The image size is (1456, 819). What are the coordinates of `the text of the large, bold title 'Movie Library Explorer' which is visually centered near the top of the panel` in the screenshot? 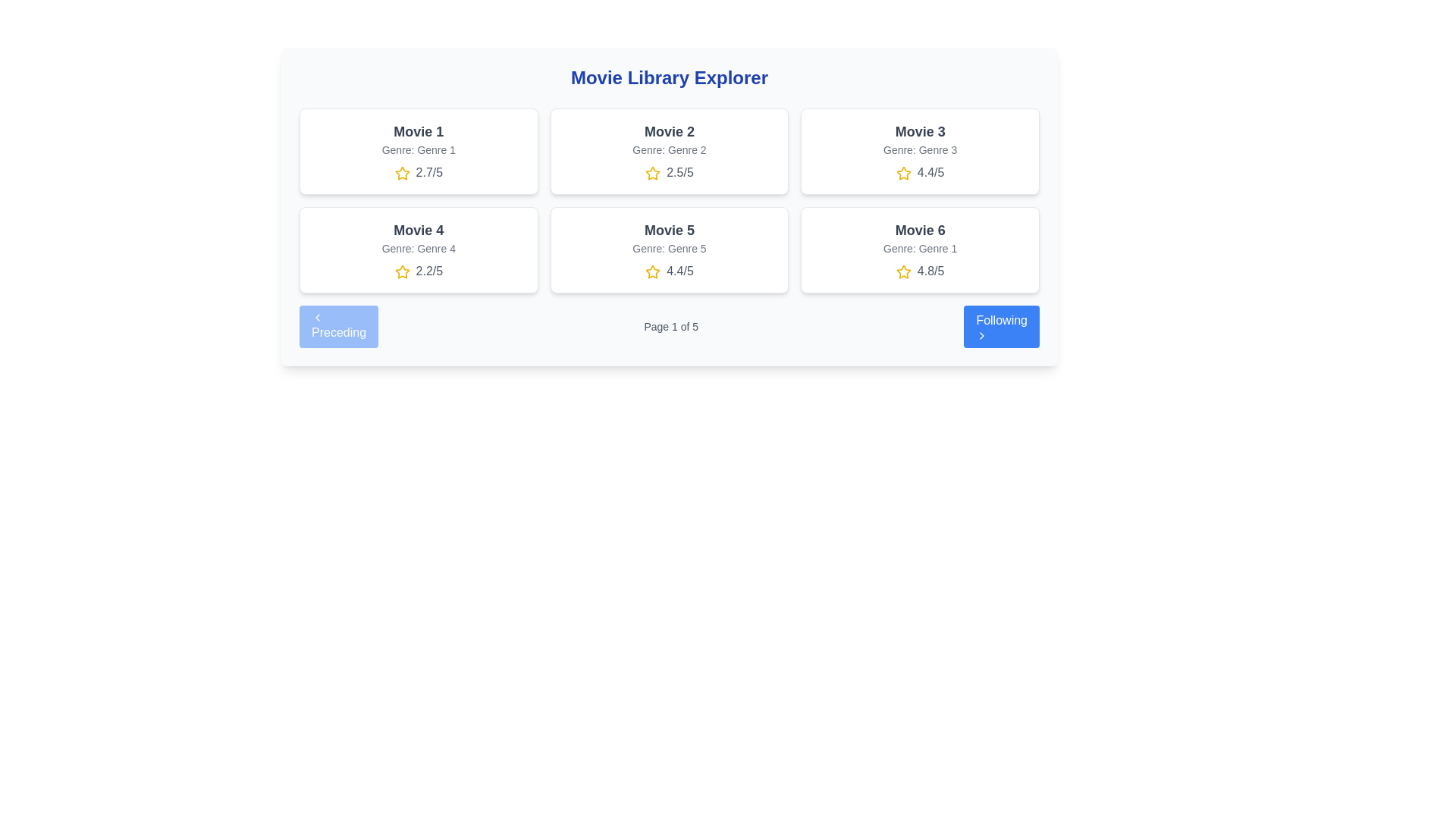 It's located at (669, 78).